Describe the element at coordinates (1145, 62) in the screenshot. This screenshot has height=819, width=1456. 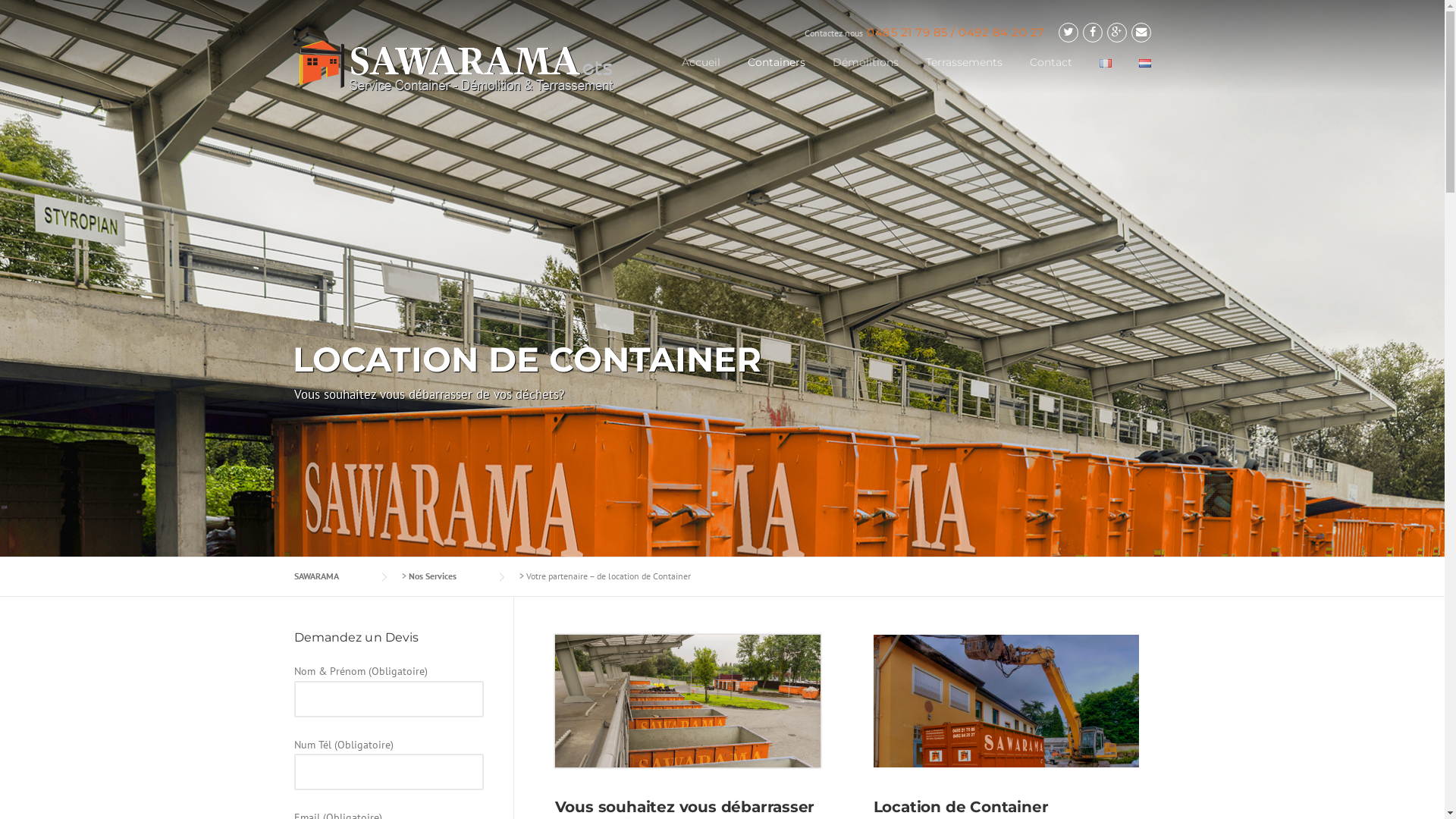
I see `'Nederlands'` at that location.